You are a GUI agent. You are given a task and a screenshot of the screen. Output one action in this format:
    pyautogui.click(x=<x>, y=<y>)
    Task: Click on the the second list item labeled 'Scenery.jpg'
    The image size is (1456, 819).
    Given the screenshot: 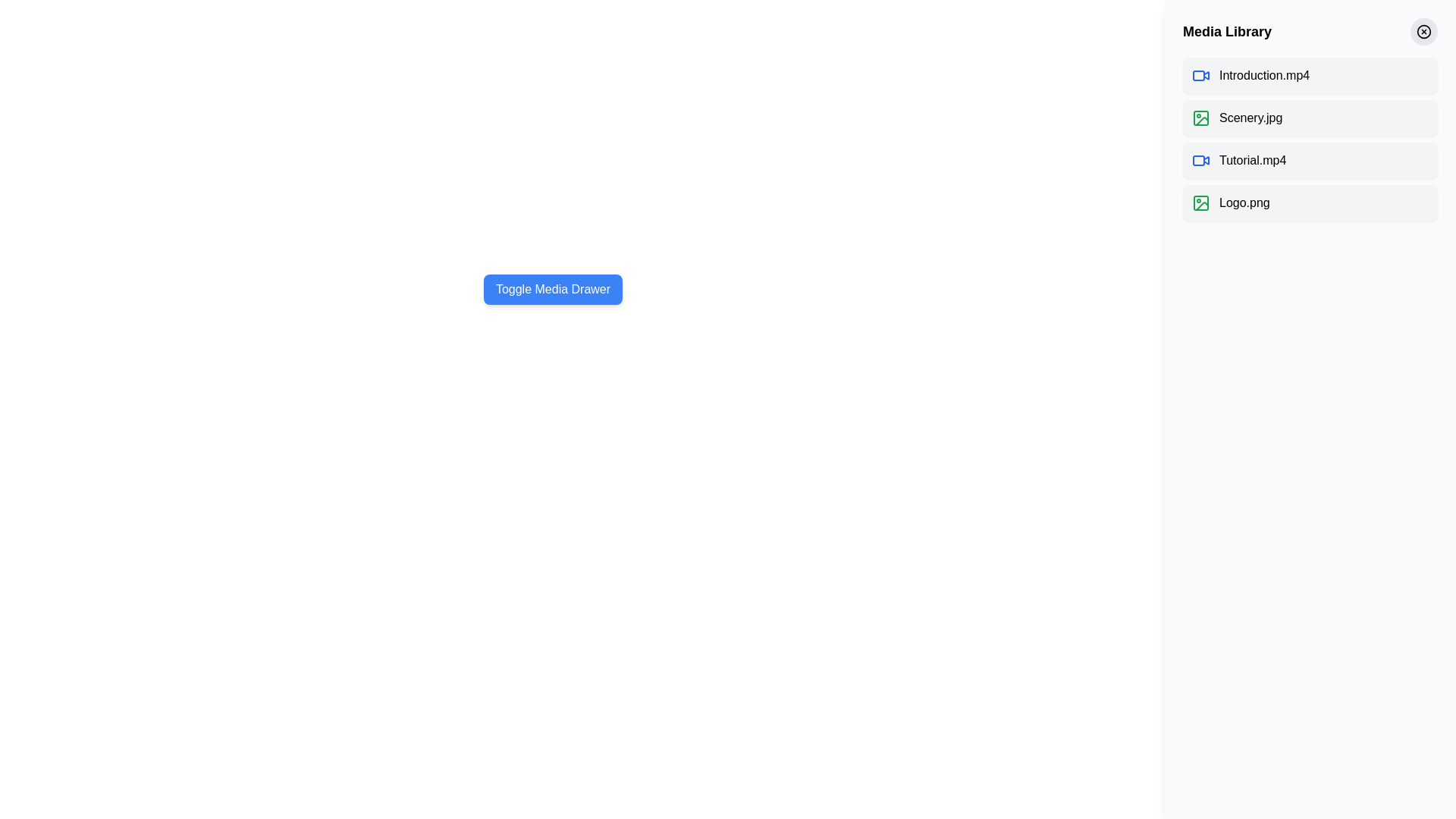 What is the action you would take?
    pyautogui.click(x=1310, y=117)
    